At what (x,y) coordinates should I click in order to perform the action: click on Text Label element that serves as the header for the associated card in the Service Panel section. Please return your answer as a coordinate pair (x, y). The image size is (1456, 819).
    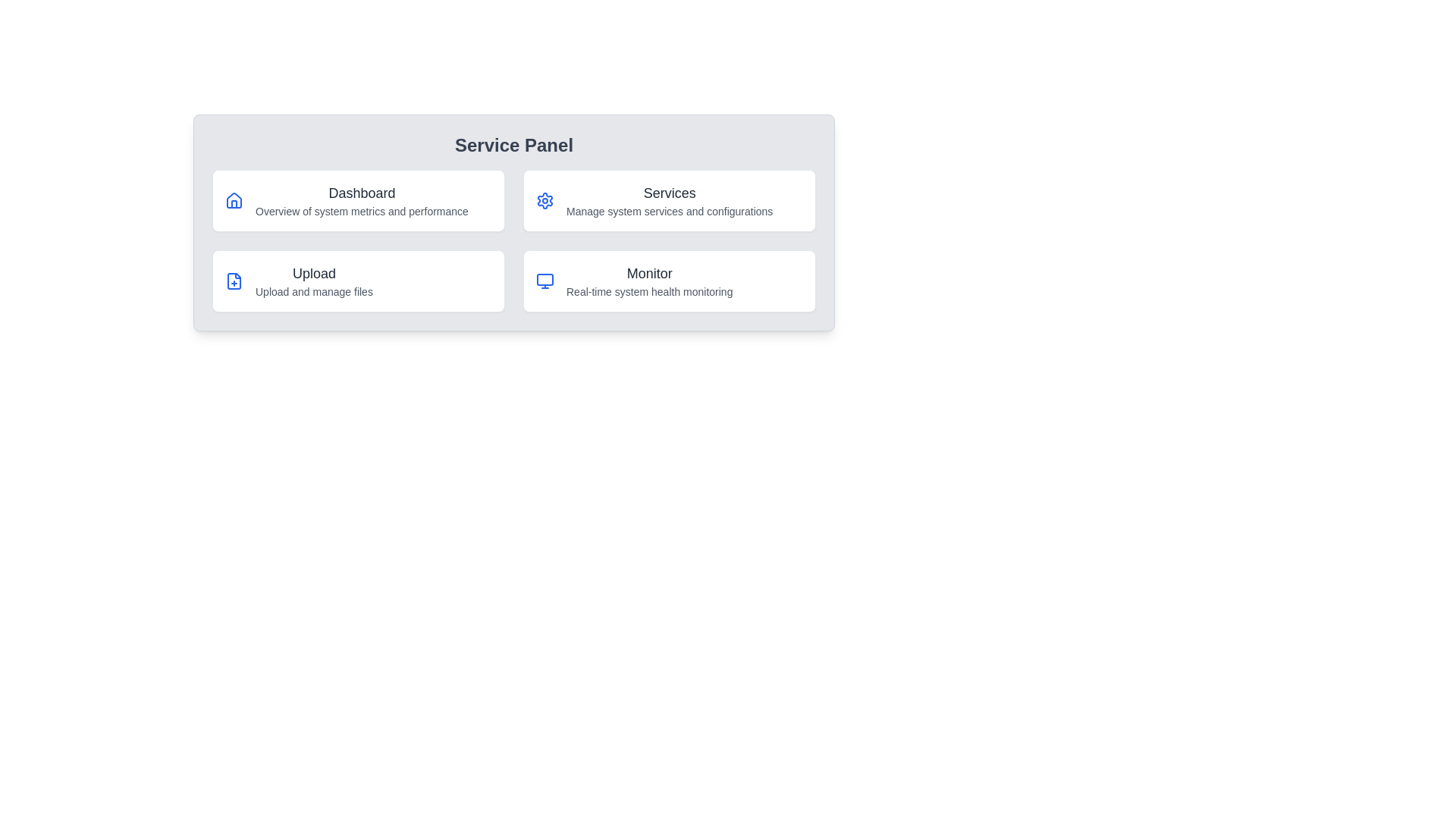
    Looking at the image, I should click on (361, 192).